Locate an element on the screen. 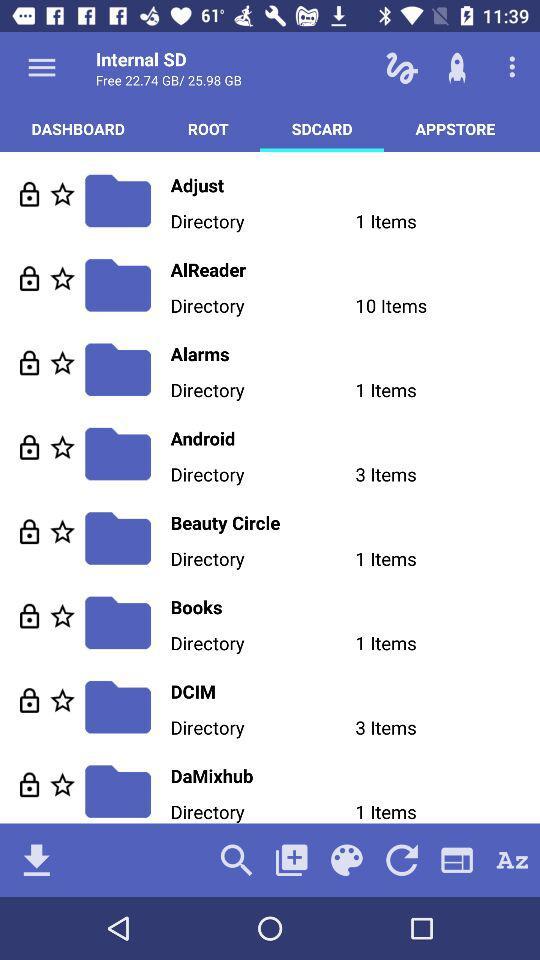 The width and height of the screenshot is (540, 960). favourite option is located at coordinates (62, 700).